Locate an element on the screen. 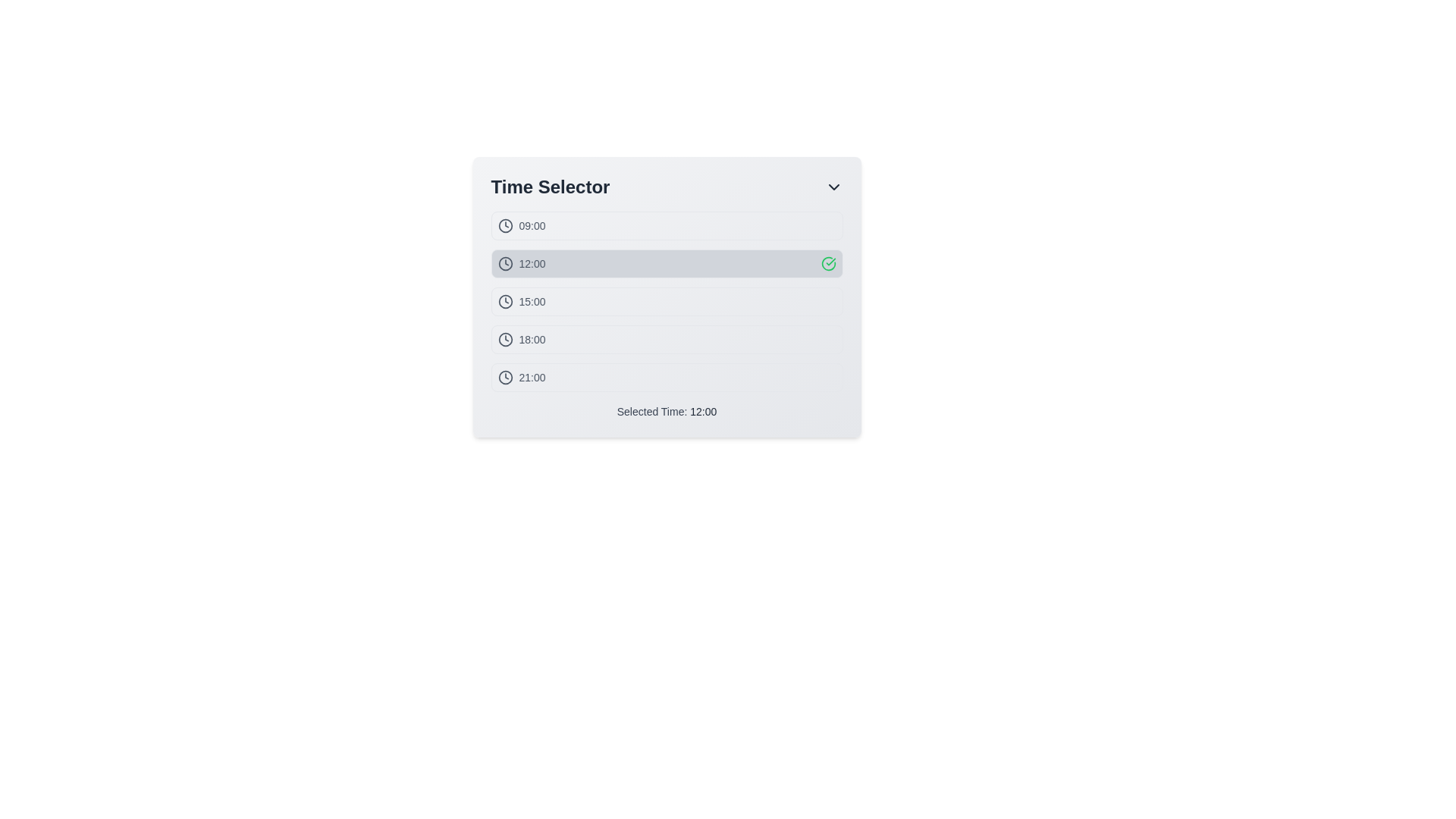 The image size is (1456, 819). the button that allows users to select the '15:00' time slot, which is the third time slot from the top between '12:00' and '18:00' is located at coordinates (667, 315).